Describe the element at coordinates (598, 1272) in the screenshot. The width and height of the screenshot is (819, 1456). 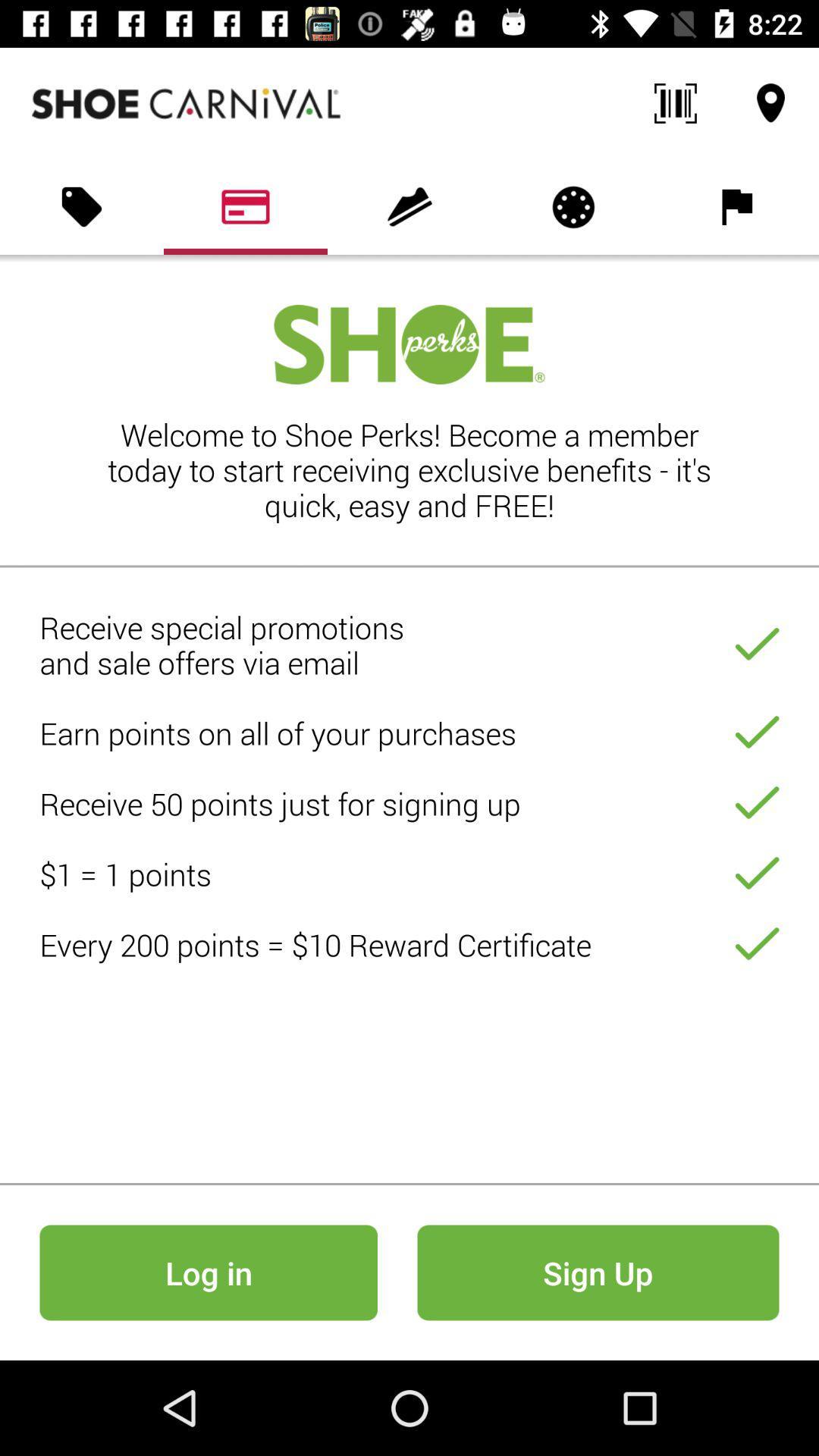
I see `the sign up item` at that location.